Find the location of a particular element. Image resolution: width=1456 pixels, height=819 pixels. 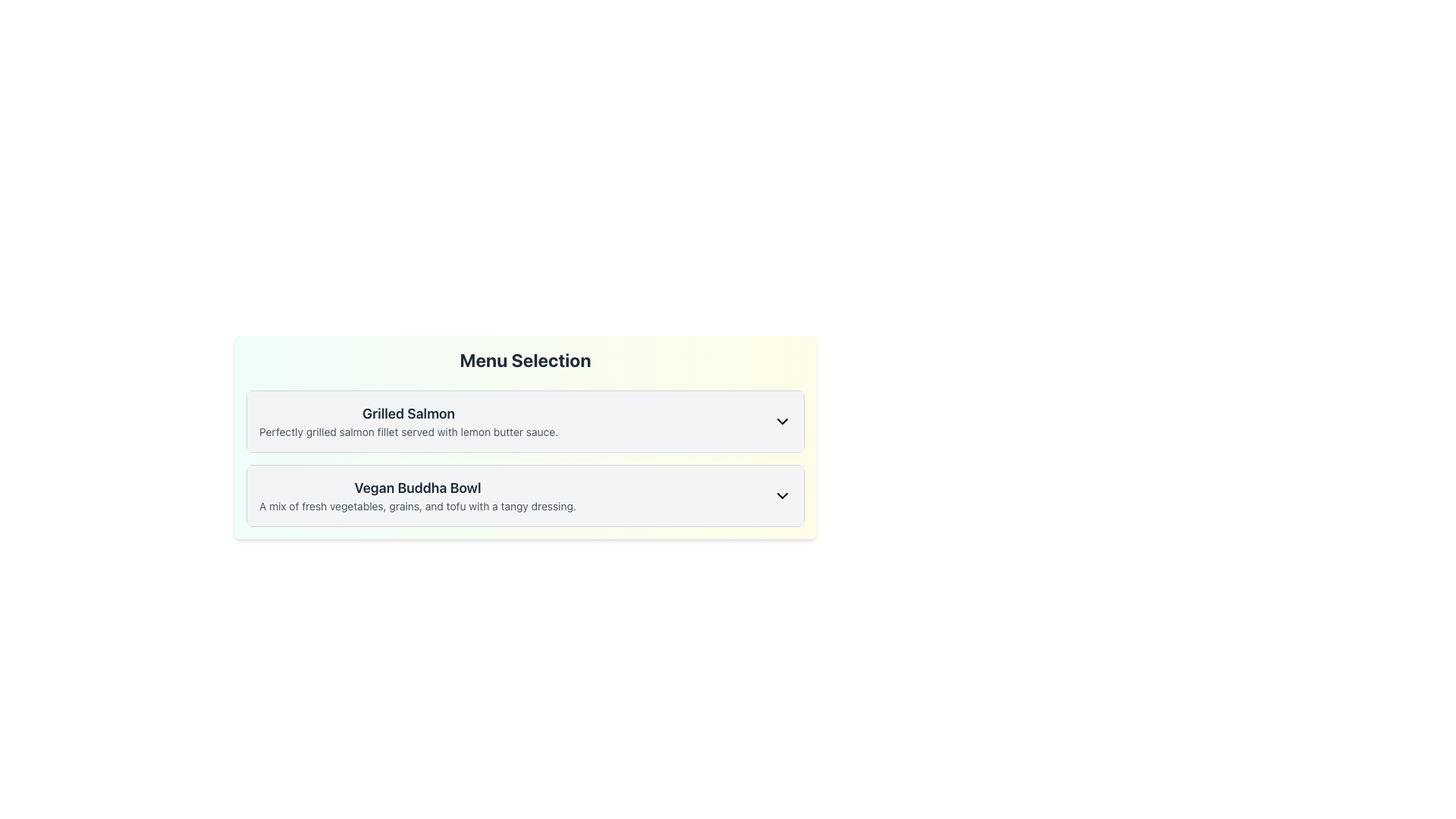

the 'Grilled Salmon' text block, which is the first entry under the 'Menu Selection' heading is located at coordinates (409, 421).